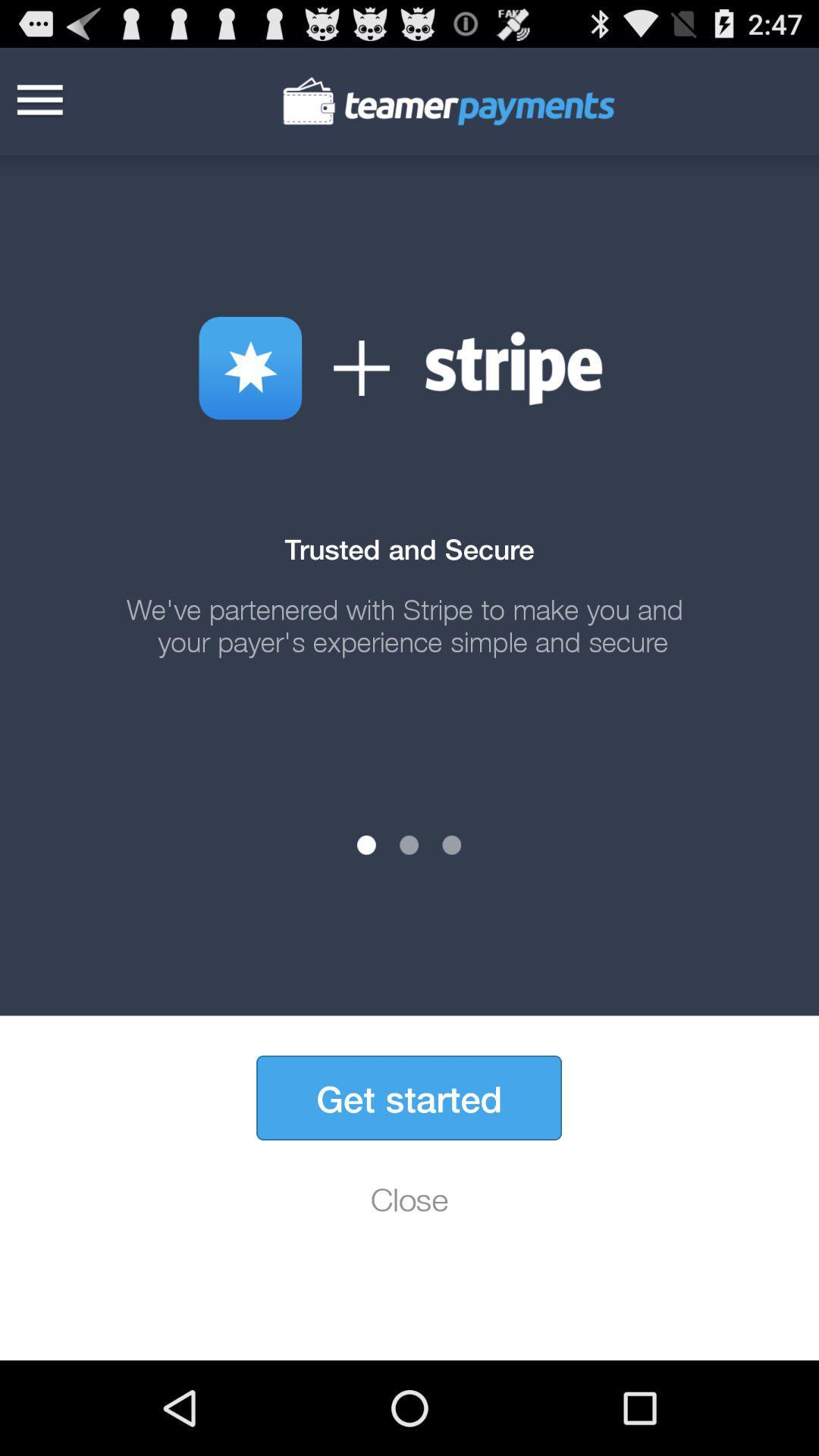 The image size is (819, 1456). Describe the element at coordinates (409, 1198) in the screenshot. I see `the close item` at that location.